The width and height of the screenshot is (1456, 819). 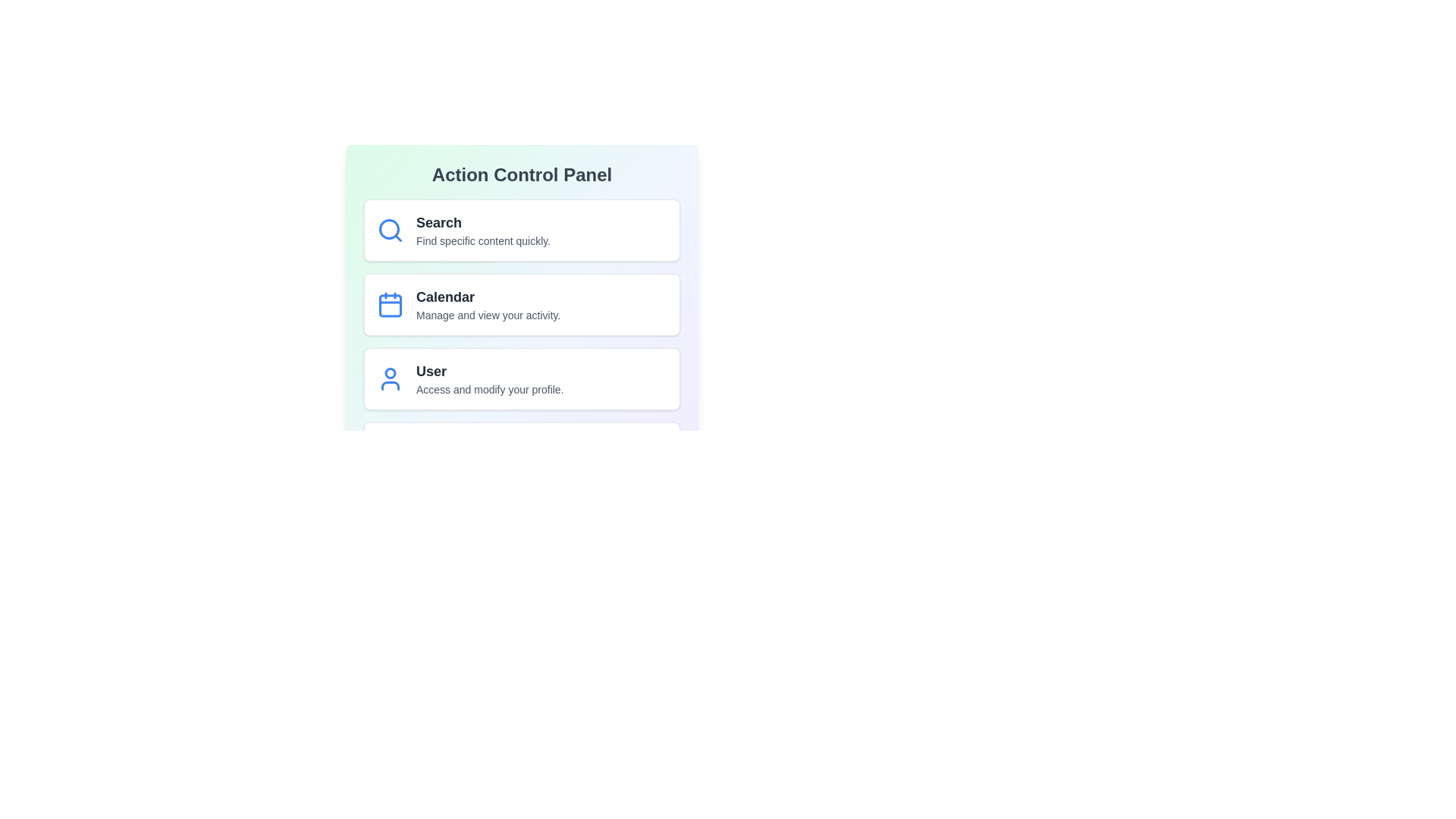 I want to click on the blue calendar icon located in the second box of the 'Action Control Panel', positioned to the left of the text 'Calendar', so click(x=390, y=304).